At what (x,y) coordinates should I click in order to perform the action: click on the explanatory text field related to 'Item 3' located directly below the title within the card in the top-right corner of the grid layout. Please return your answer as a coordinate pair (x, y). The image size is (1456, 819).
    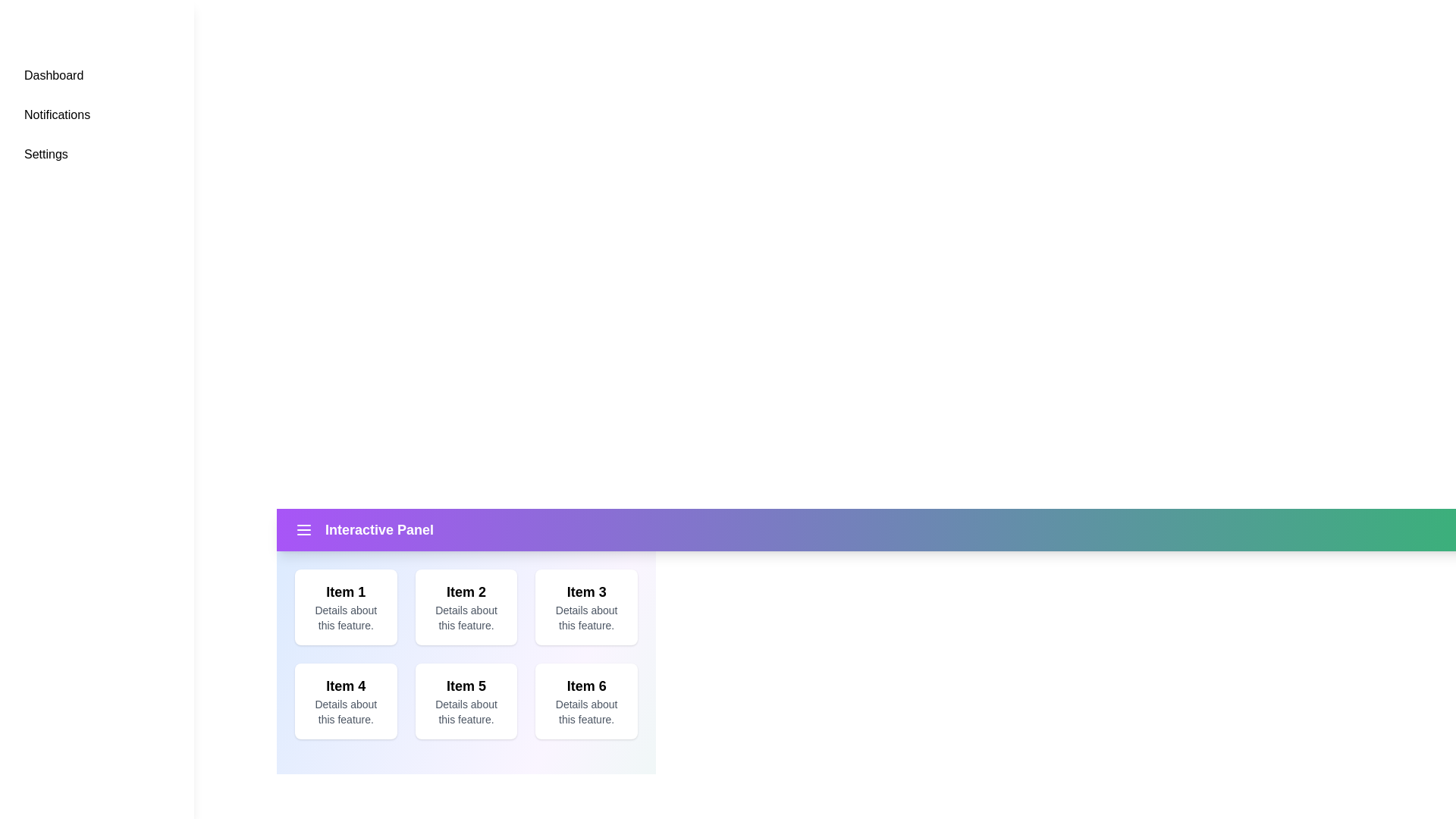
    Looking at the image, I should click on (585, 617).